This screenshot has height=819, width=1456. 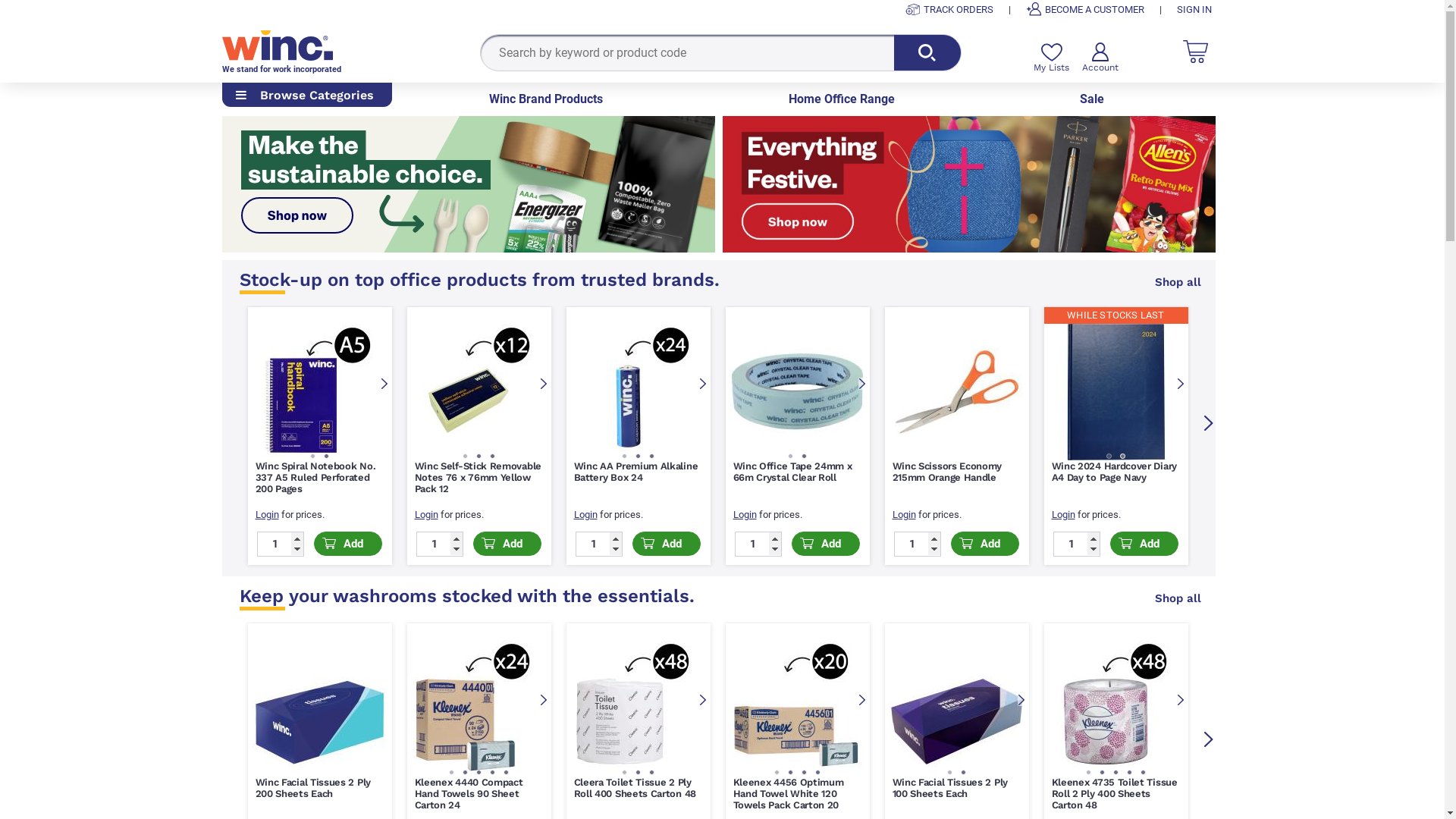 I want to click on 'Cart', so click(x=1182, y=50).